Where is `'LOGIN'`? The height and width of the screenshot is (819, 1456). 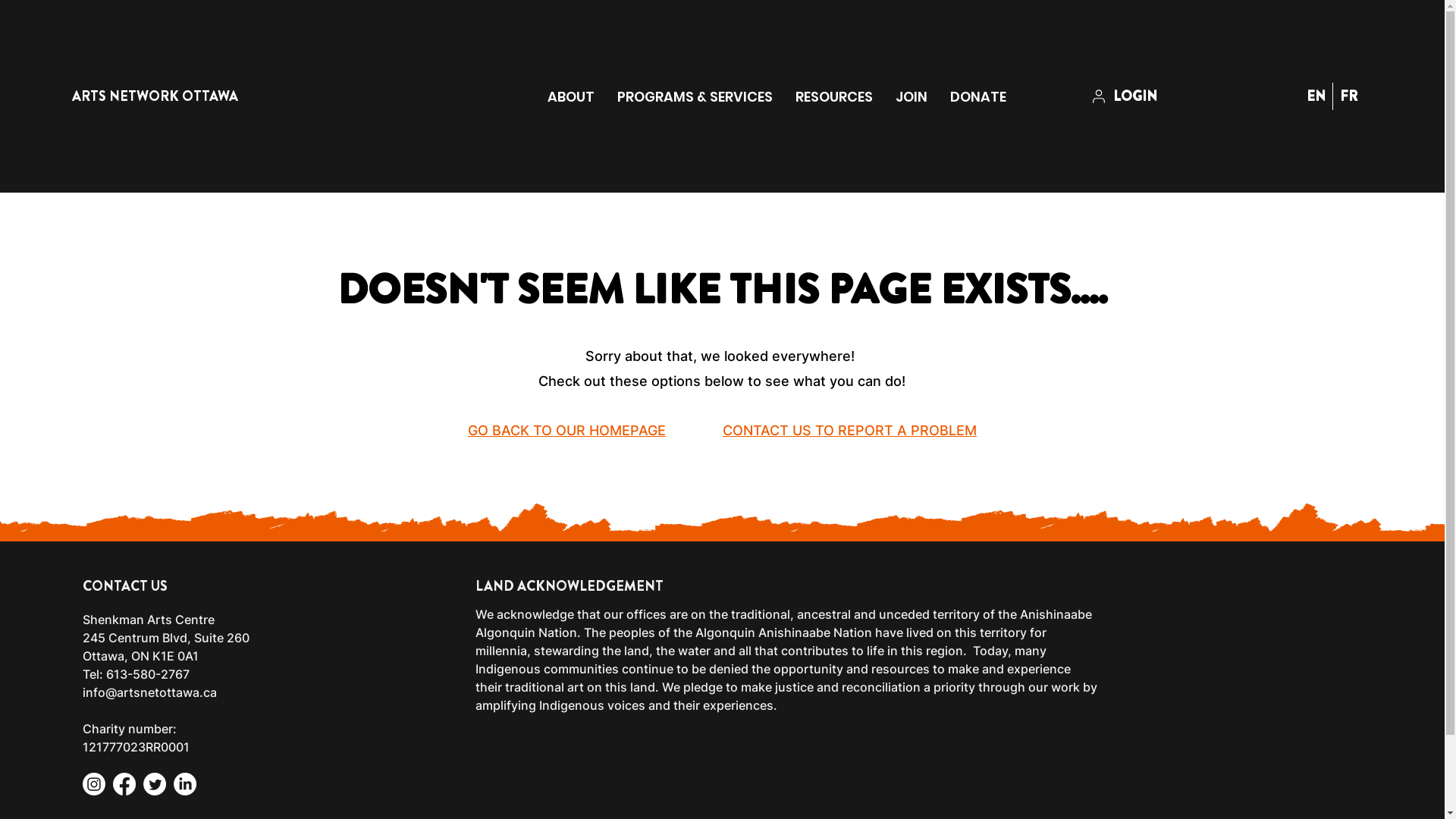 'LOGIN' is located at coordinates (1127, 96).